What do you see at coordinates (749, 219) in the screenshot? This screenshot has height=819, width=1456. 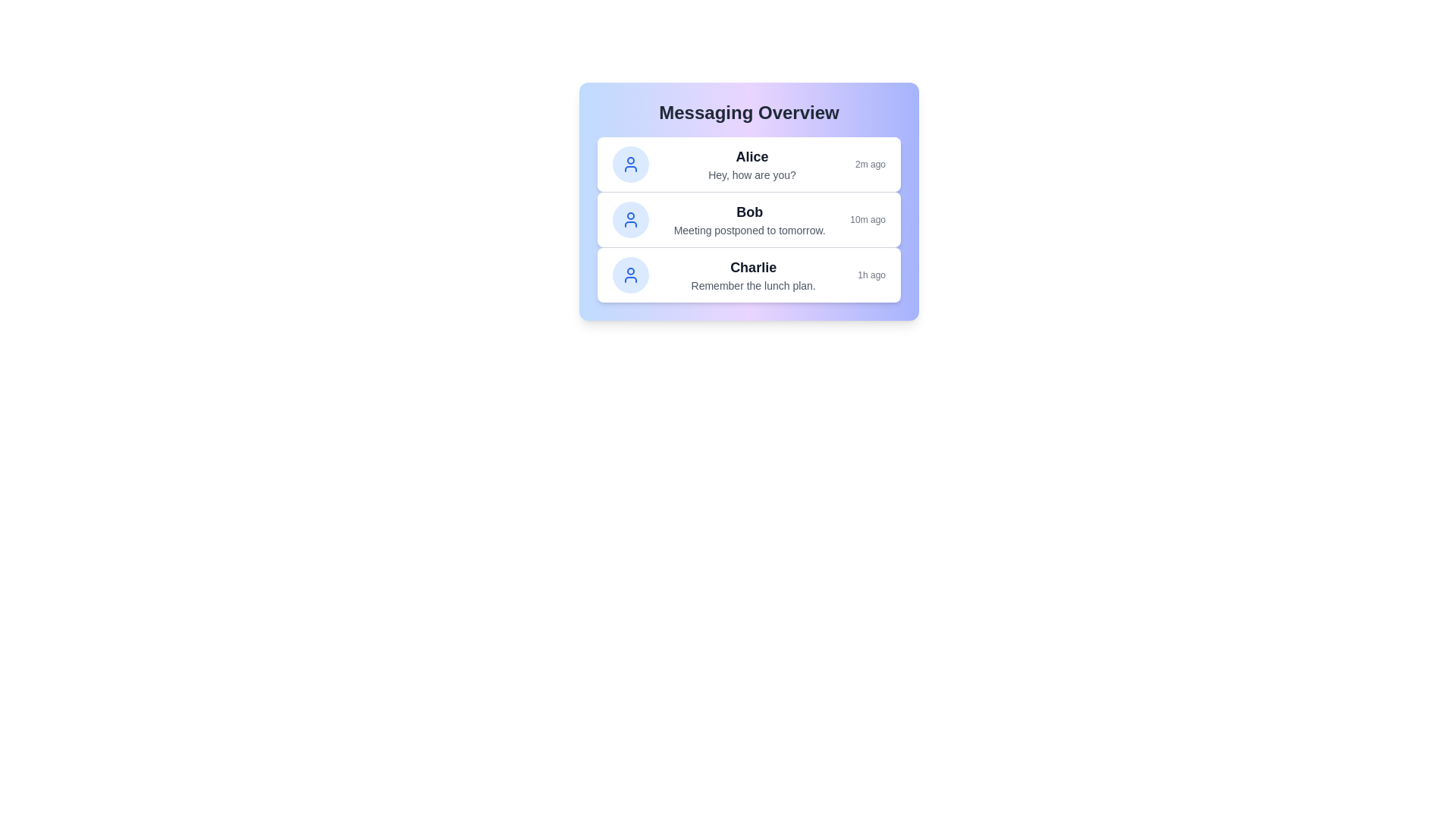 I see `the message from Bob to view details` at bounding box center [749, 219].